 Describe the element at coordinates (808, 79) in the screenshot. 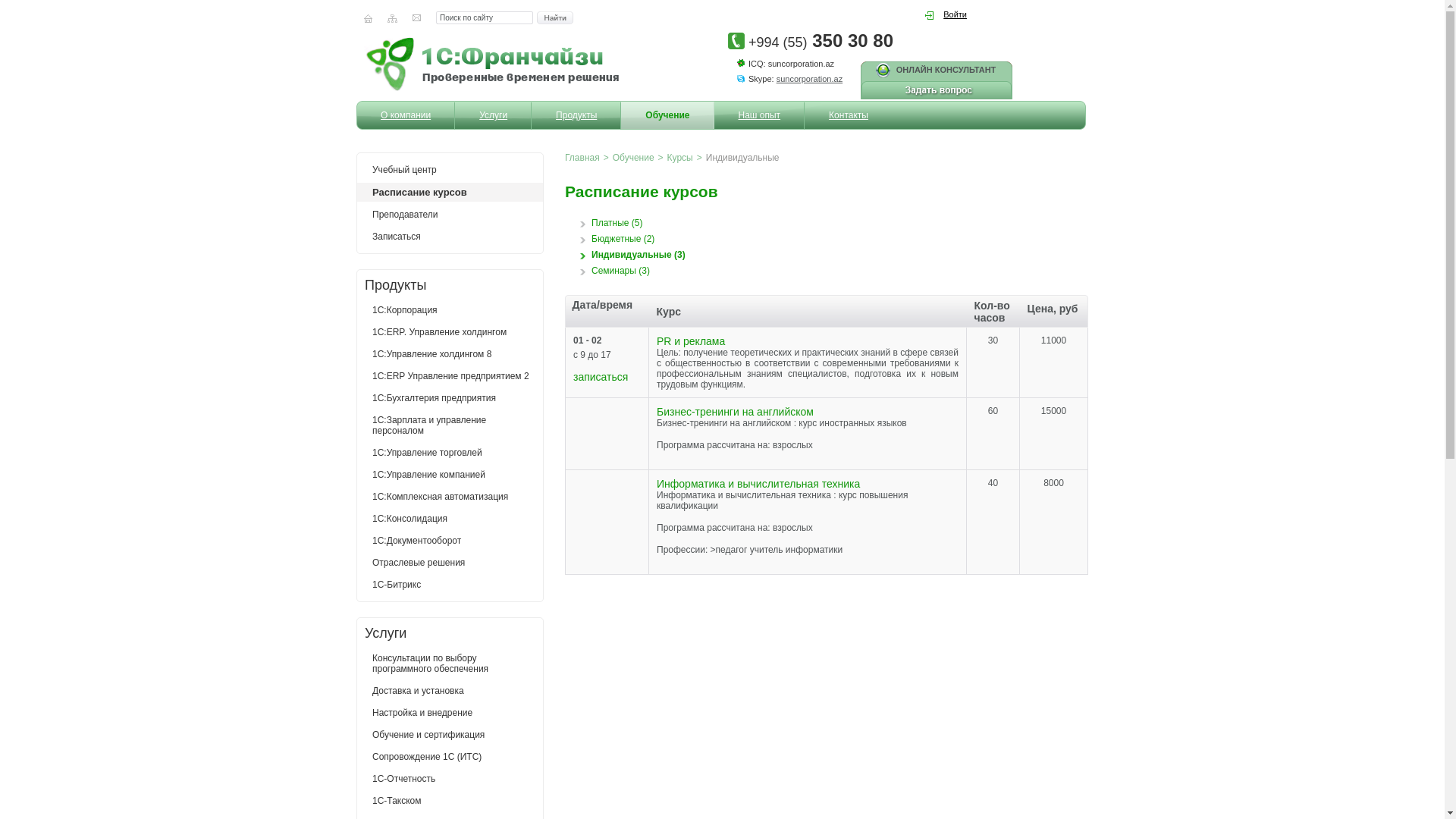

I see `'suncorporation.az'` at that location.